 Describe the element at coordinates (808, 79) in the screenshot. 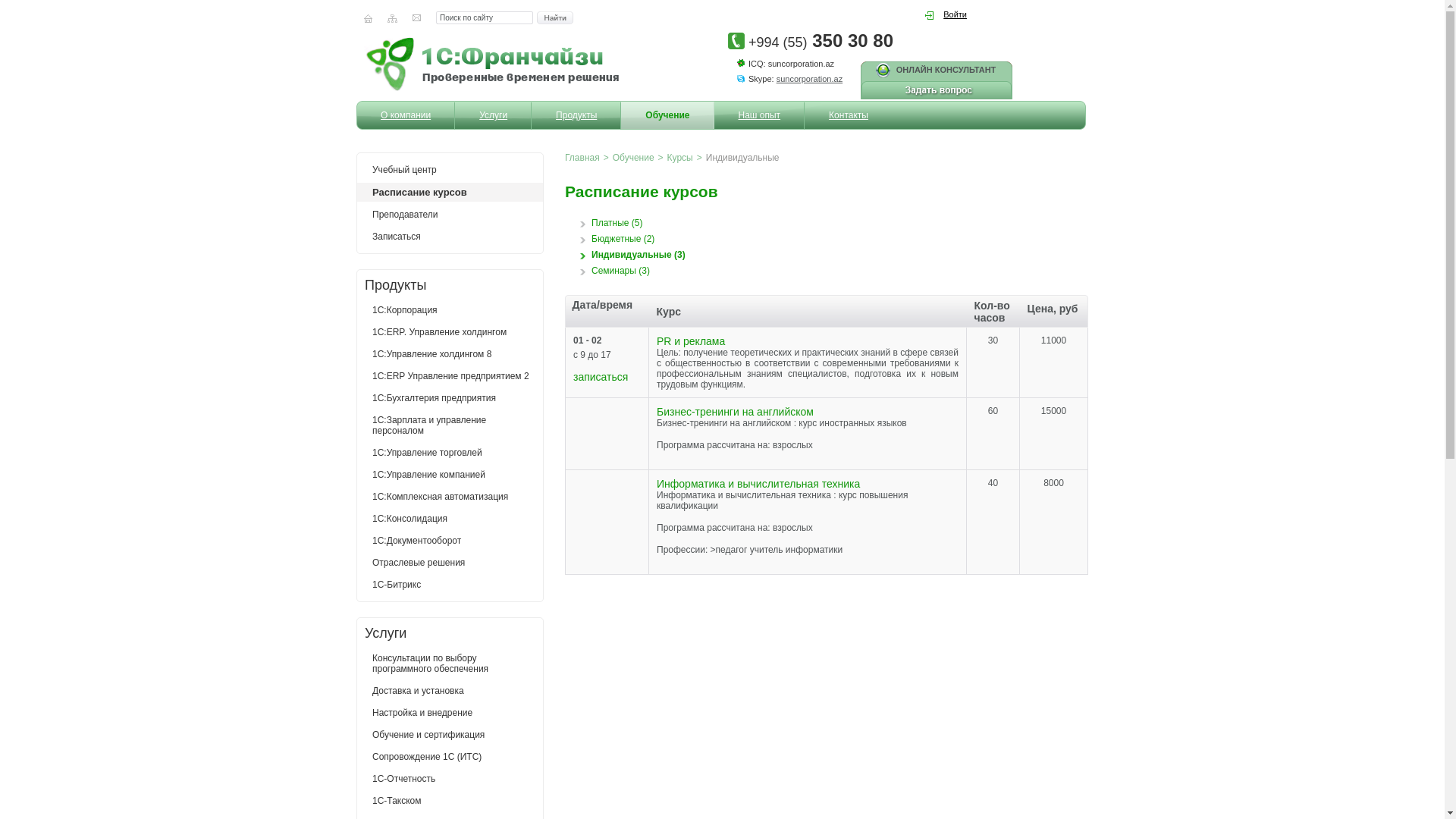

I see `'suncorporation.az'` at that location.